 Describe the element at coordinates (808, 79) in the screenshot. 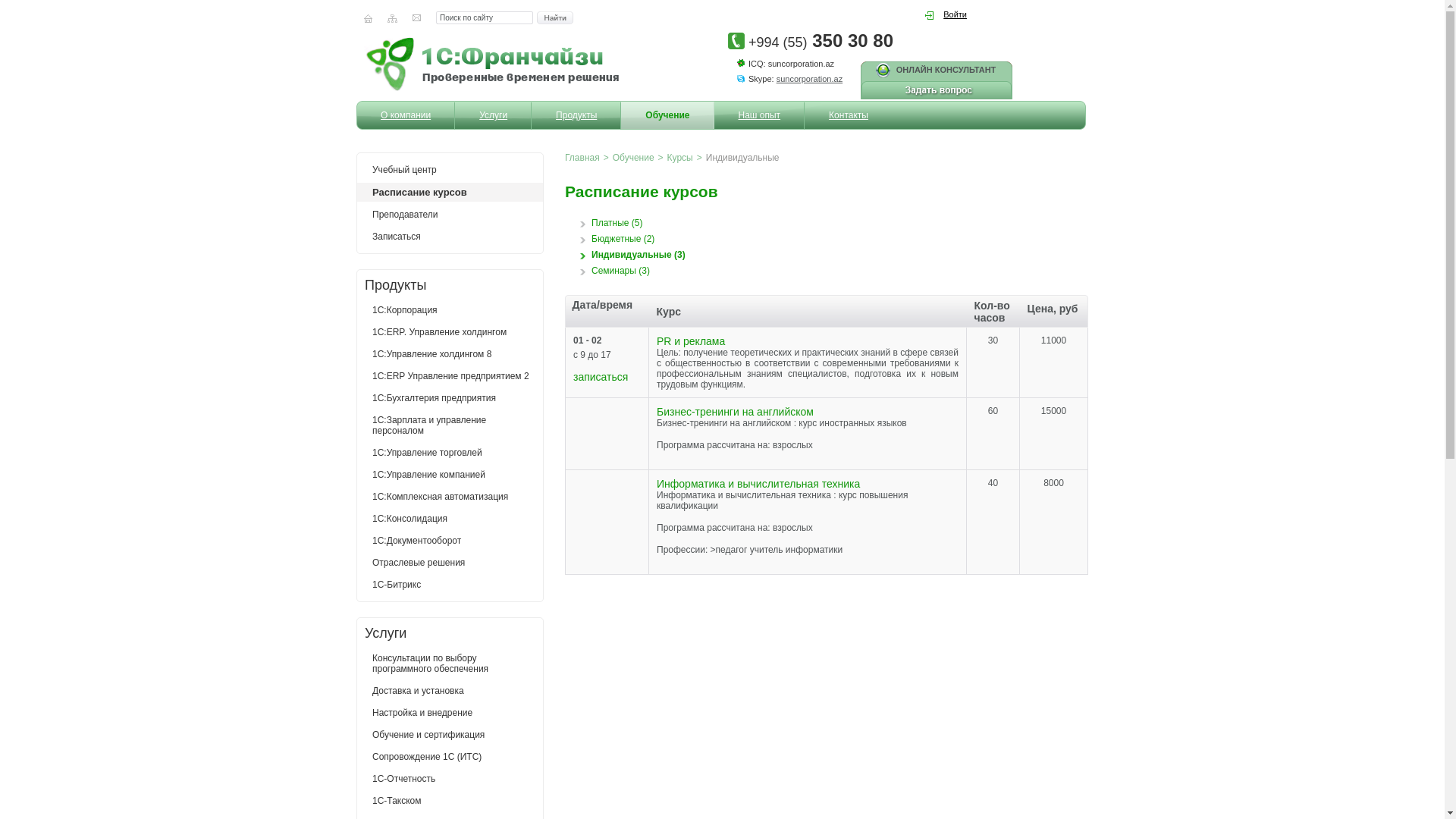

I see `'suncorporation.az'` at that location.